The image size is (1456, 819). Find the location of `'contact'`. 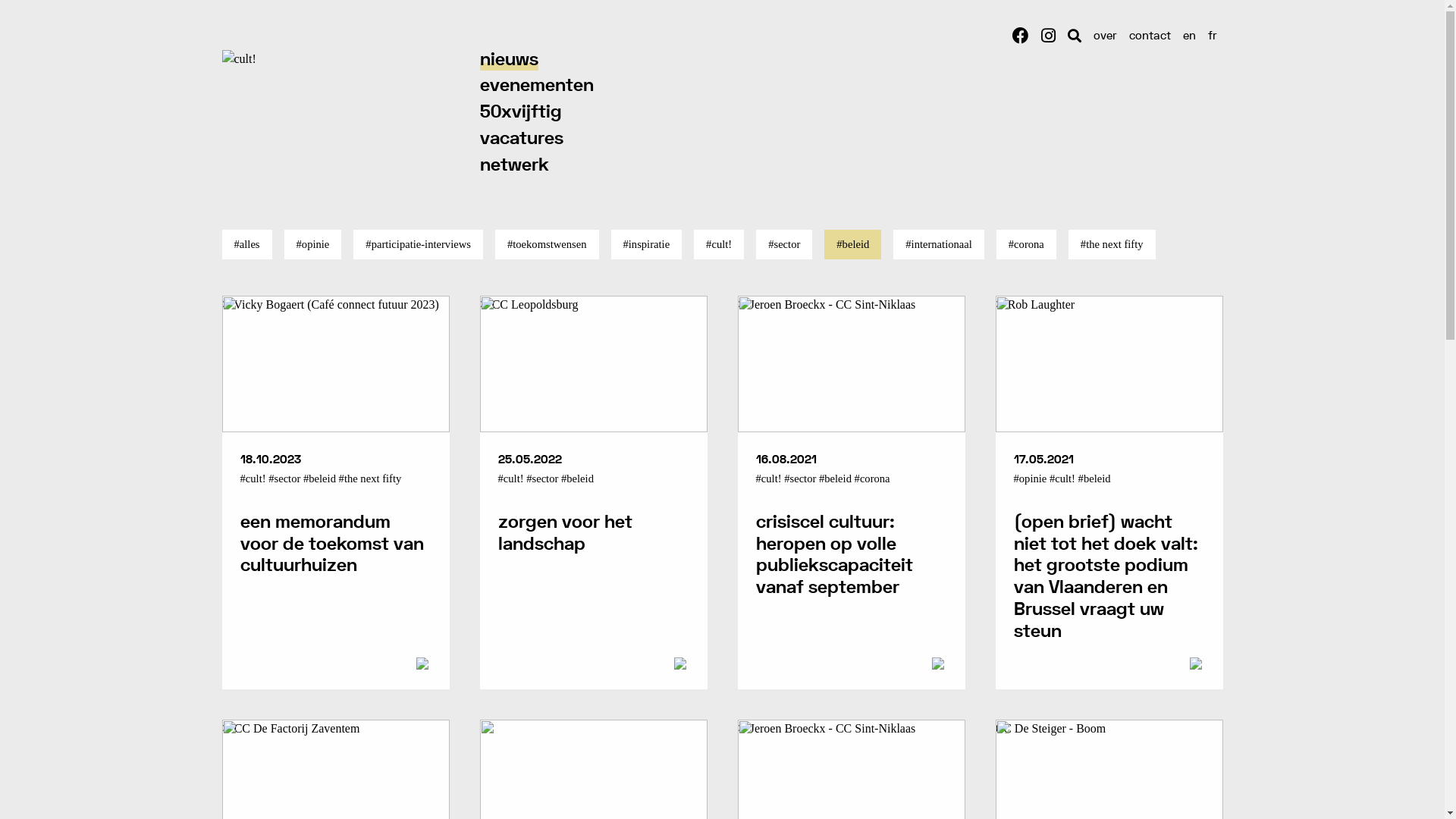

'contact' is located at coordinates (1149, 36).